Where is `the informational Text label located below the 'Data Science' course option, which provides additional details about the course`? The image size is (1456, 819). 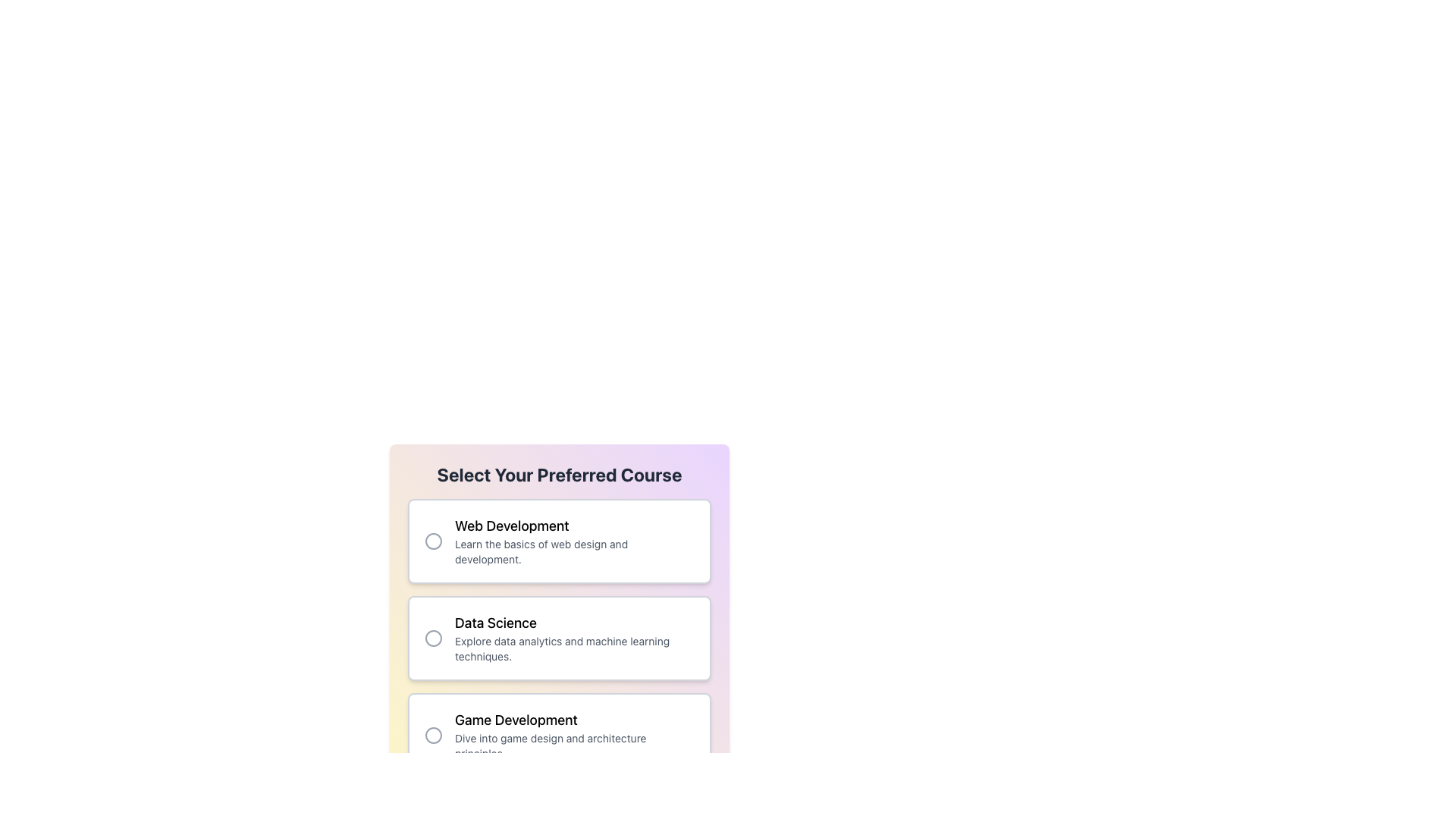 the informational Text label located below the 'Data Science' course option, which provides additional details about the course is located at coordinates (574, 648).